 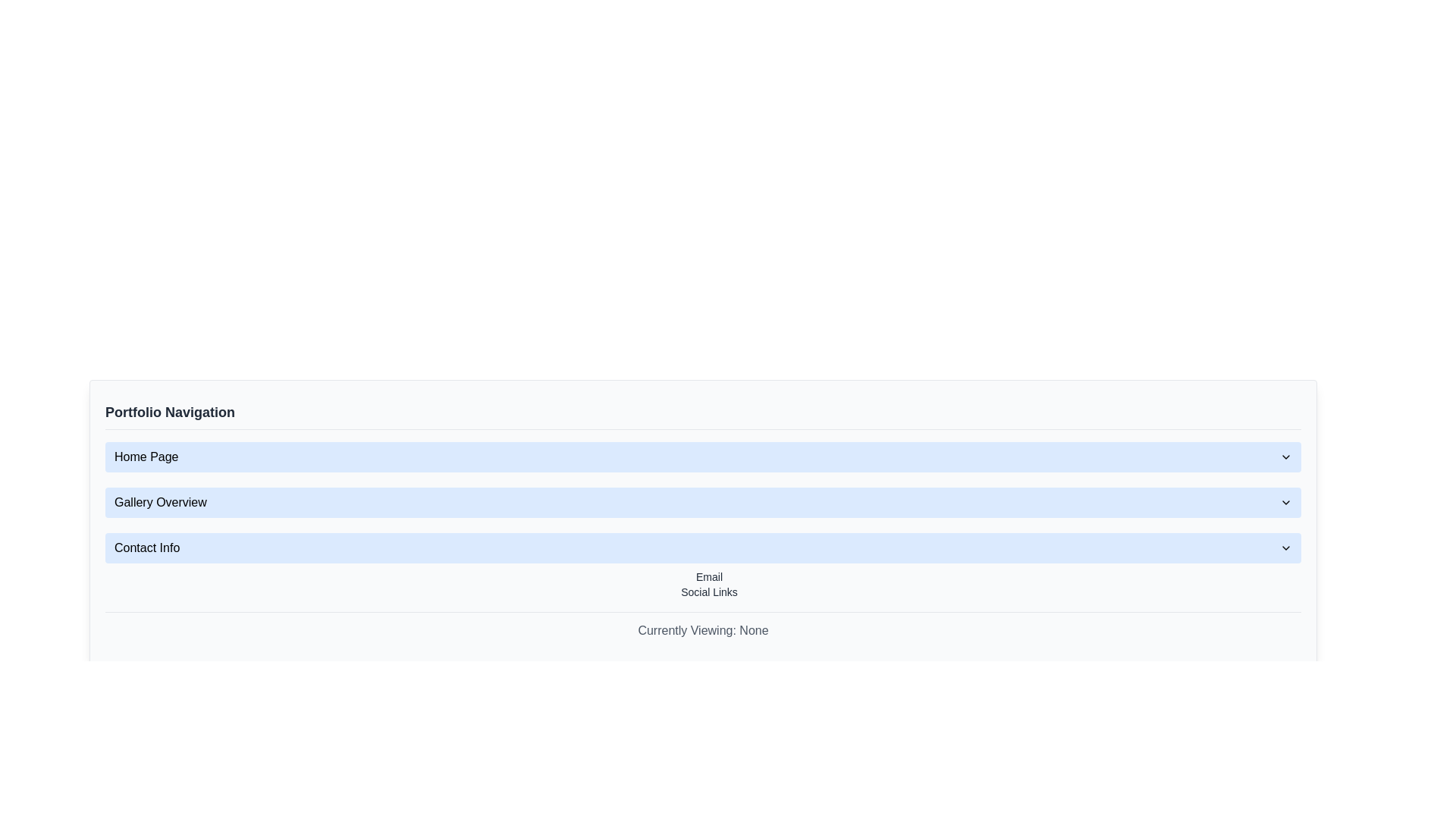 I want to click on the Chevron icon located at the rightmost side of the 'Gallery Overview' section in the 'Portfolio Navigation' menu, so click(x=1285, y=503).